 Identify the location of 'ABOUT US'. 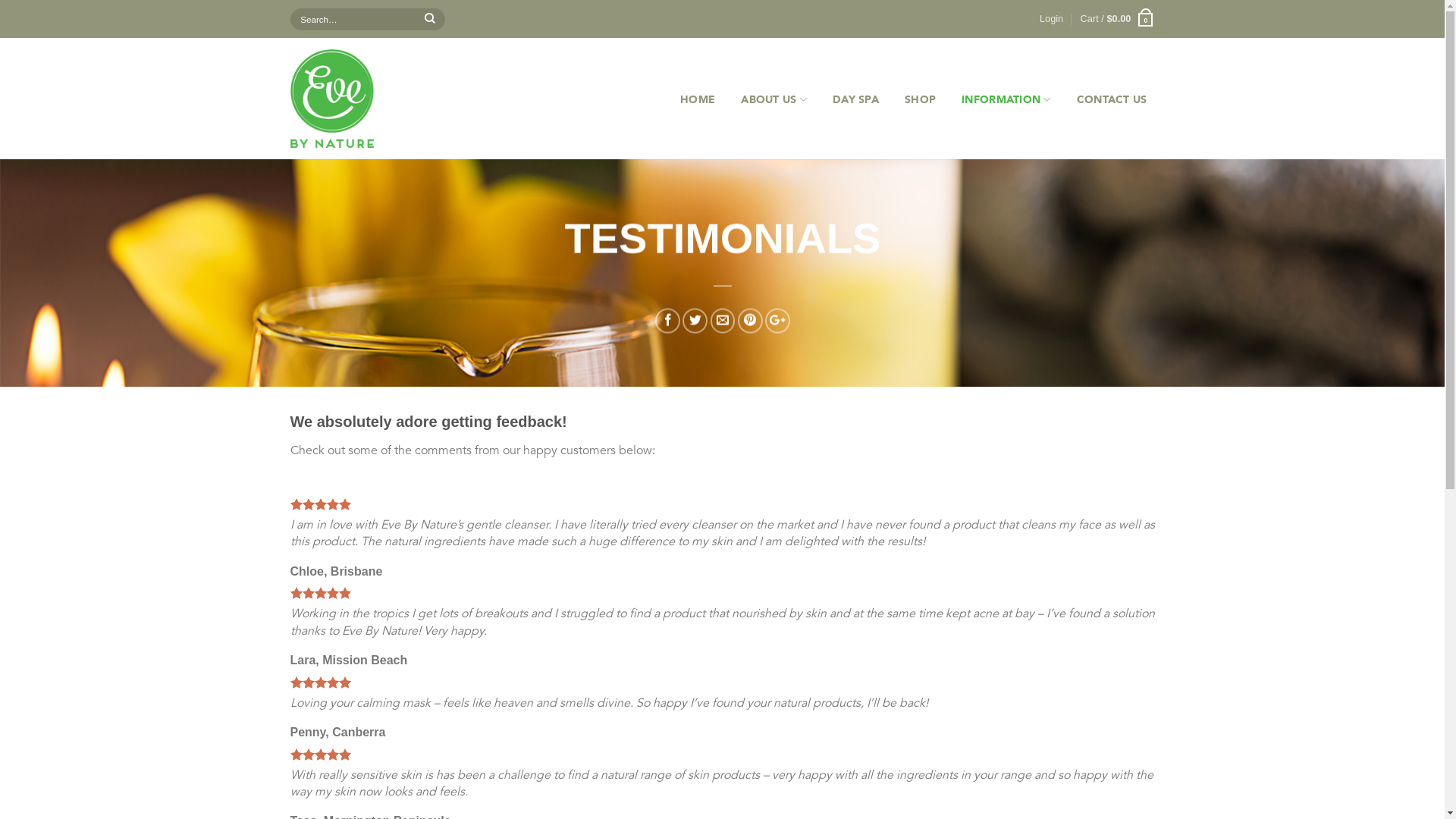
(773, 99).